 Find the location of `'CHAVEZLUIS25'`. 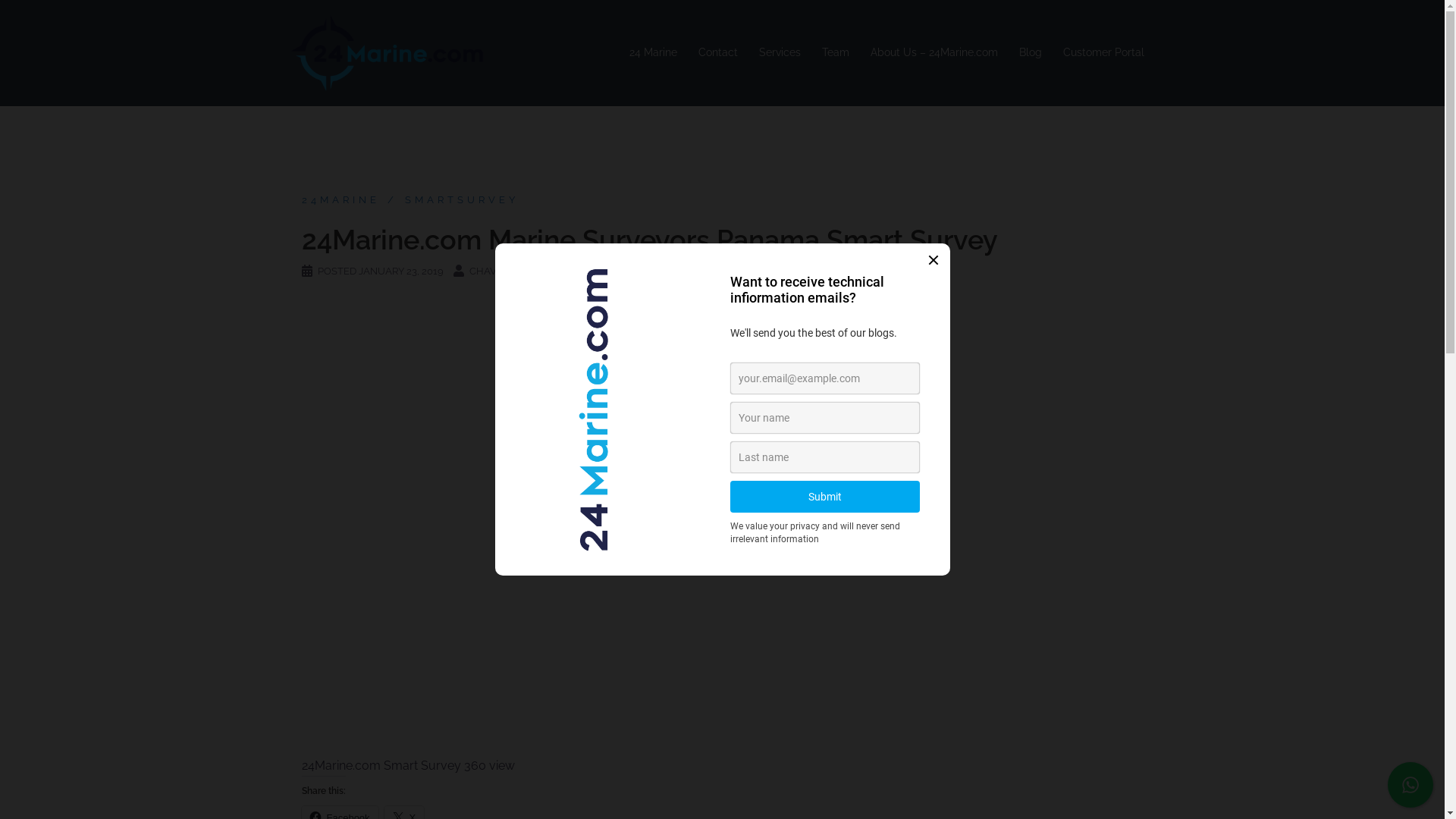

'CHAVEZLUIS25' is located at coordinates (504, 270).